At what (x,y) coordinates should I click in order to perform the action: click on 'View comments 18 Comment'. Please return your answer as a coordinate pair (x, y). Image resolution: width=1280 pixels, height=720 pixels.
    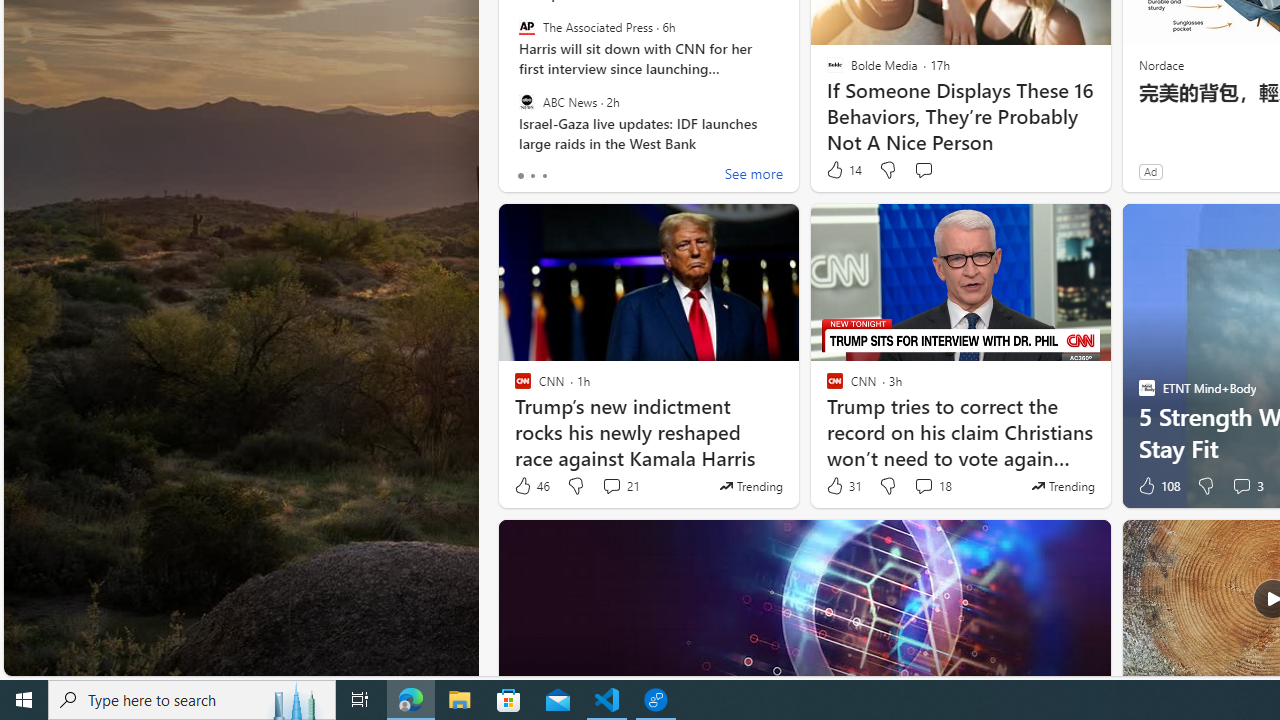
    Looking at the image, I should click on (922, 486).